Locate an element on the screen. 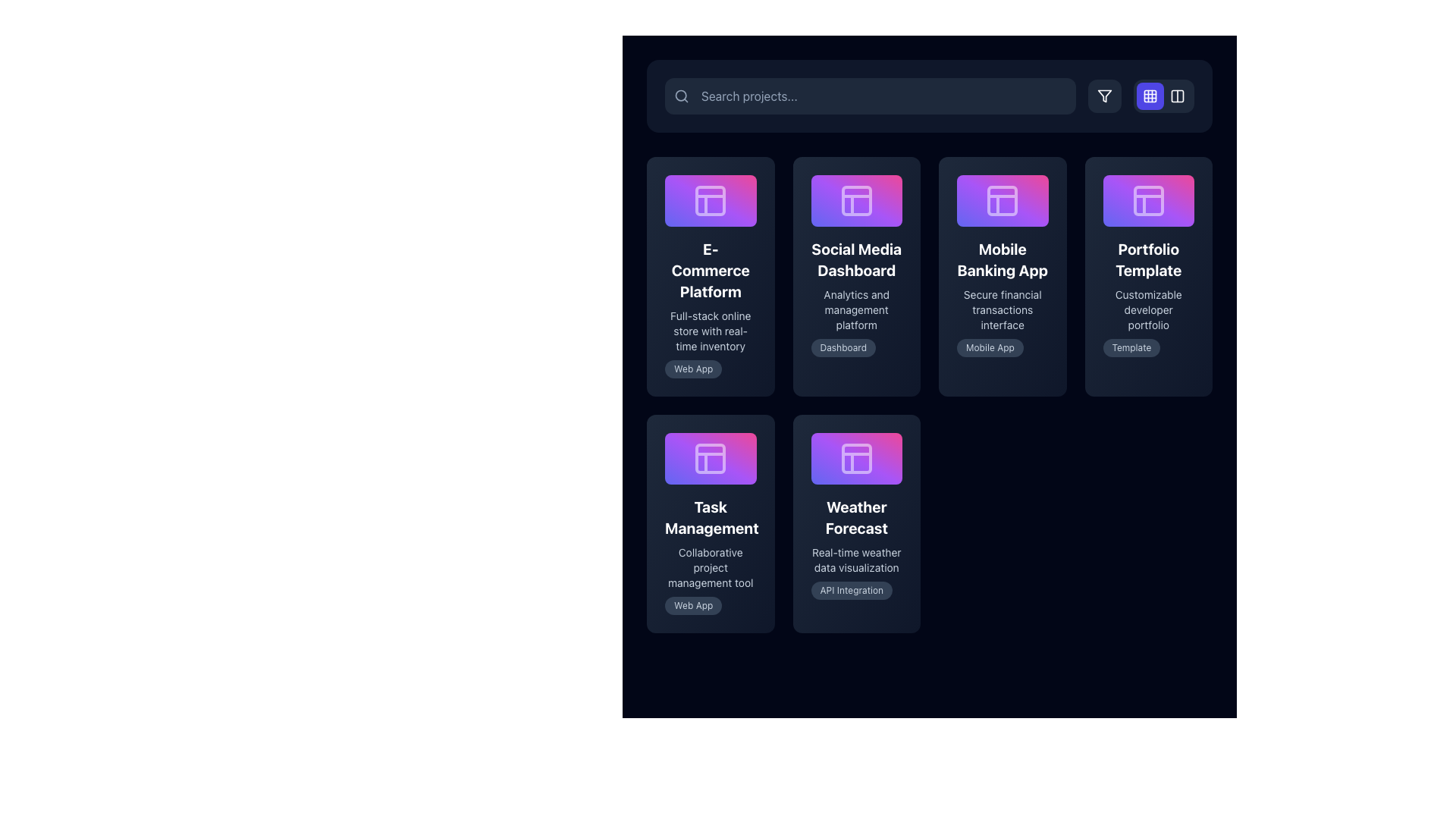 The height and width of the screenshot is (819, 1456). the icon representing the 'Social Media Dashboard' project is located at coordinates (856, 199).